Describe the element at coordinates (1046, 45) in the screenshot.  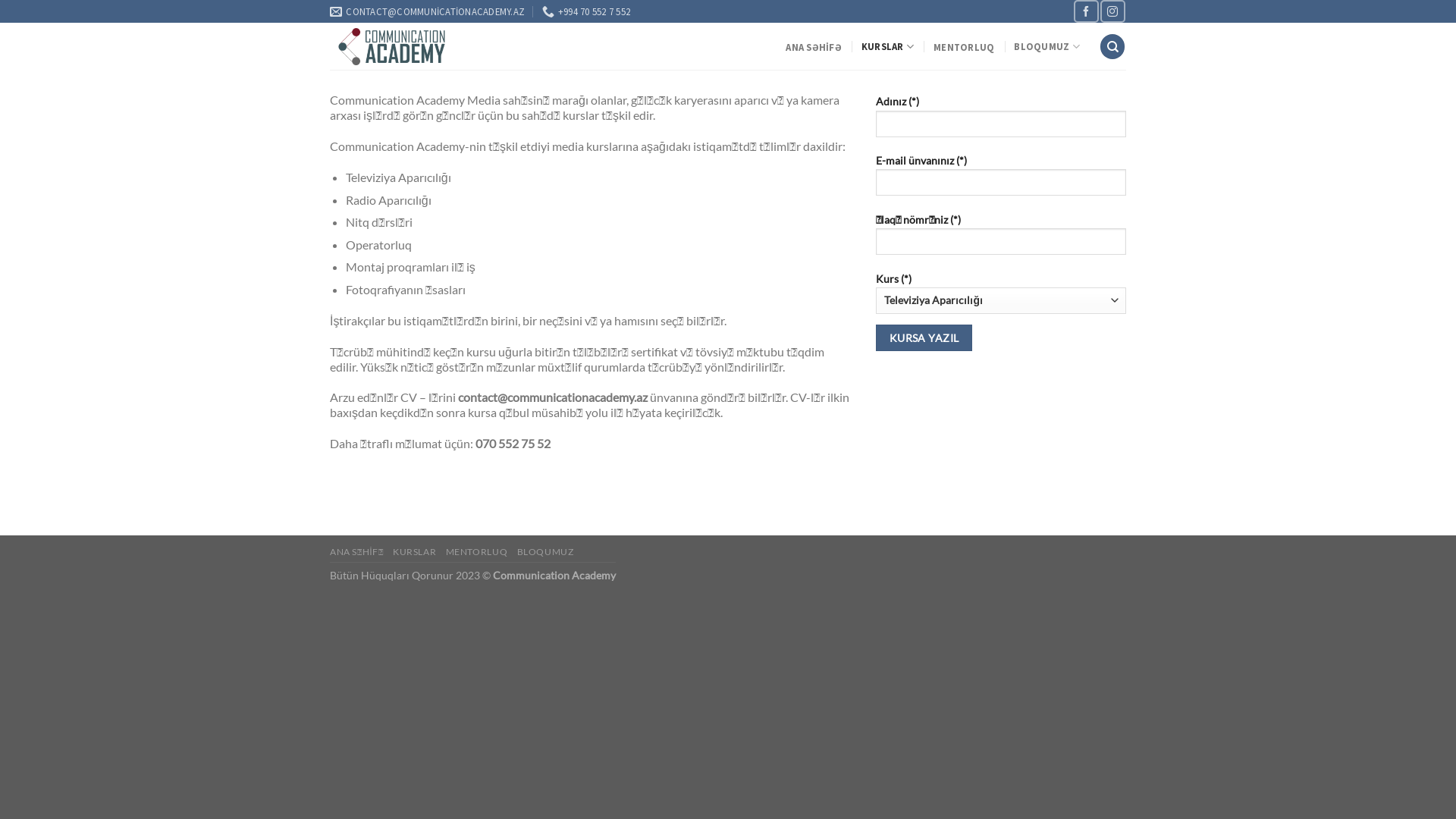
I see `'BLOQUMUZ'` at that location.